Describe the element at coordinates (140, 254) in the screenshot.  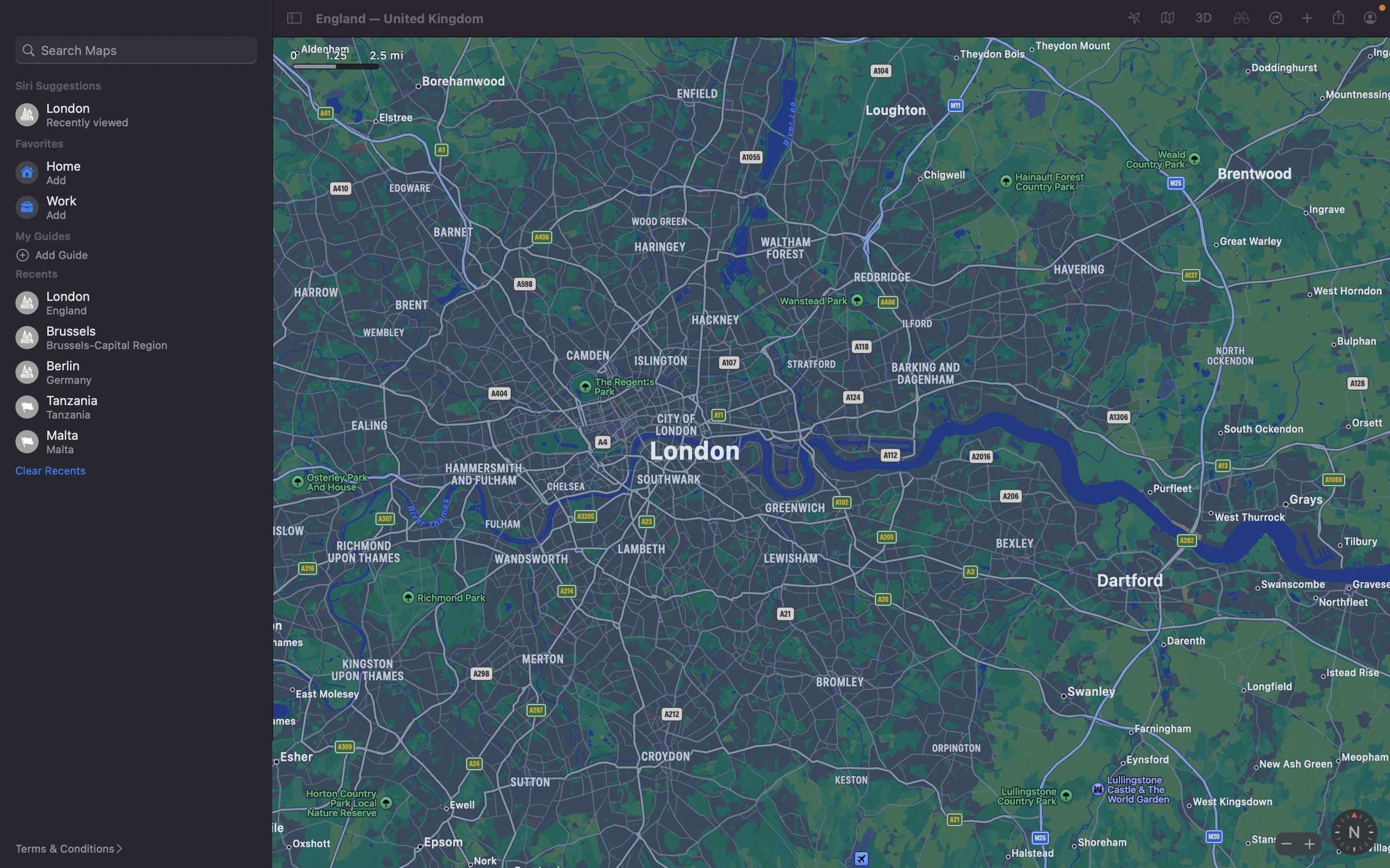
I see `Input a new guide location "bars" by using the "add guide" button` at that location.